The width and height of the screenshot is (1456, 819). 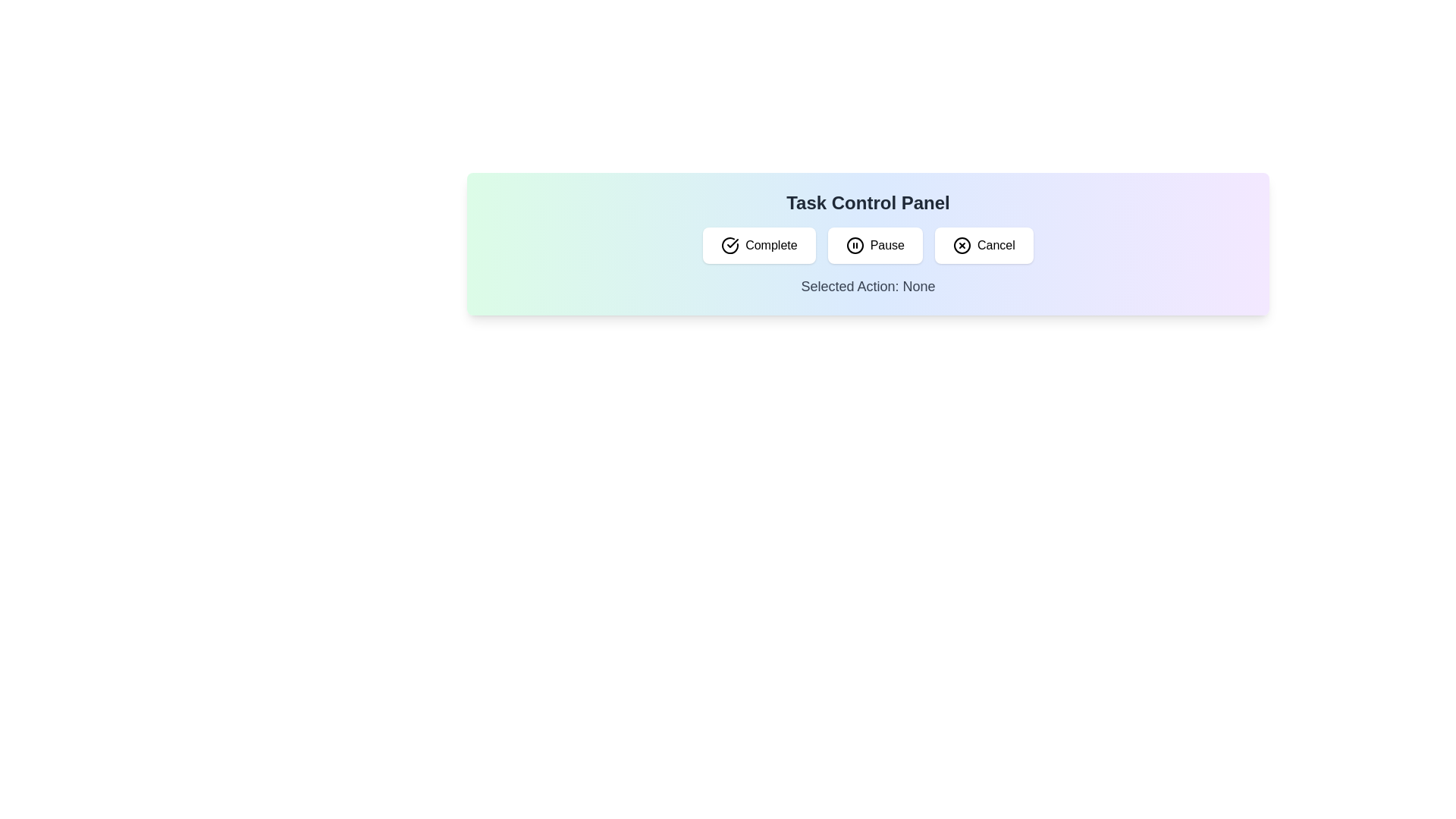 I want to click on the 'Pause' button which contains a circular pause icon with two vertical bars inside it, so click(x=855, y=245).